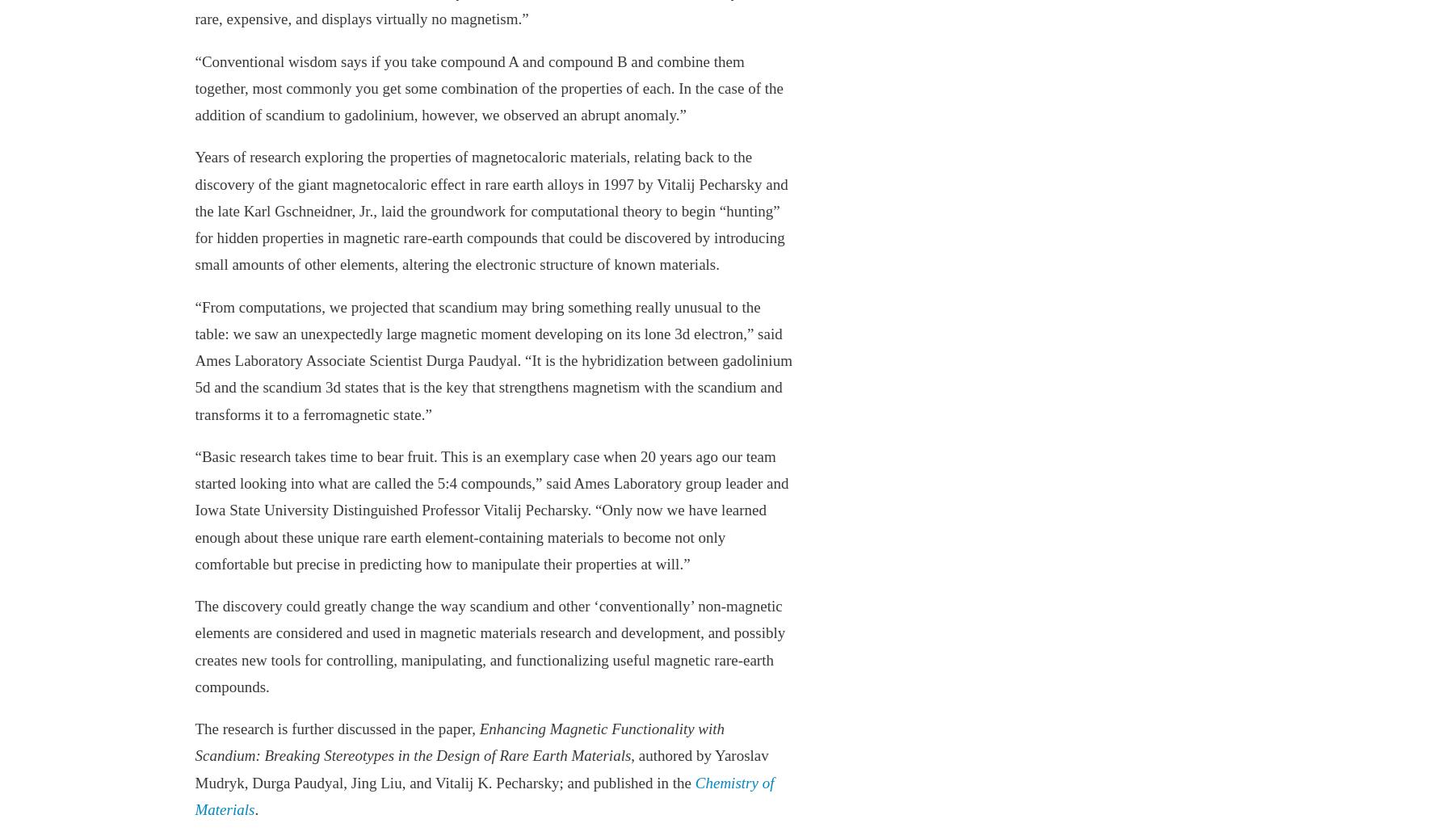  What do you see at coordinates (484, 795) in the screenshot?
I see `'Chemistry of Materials'` at bounding box center [484, 795].